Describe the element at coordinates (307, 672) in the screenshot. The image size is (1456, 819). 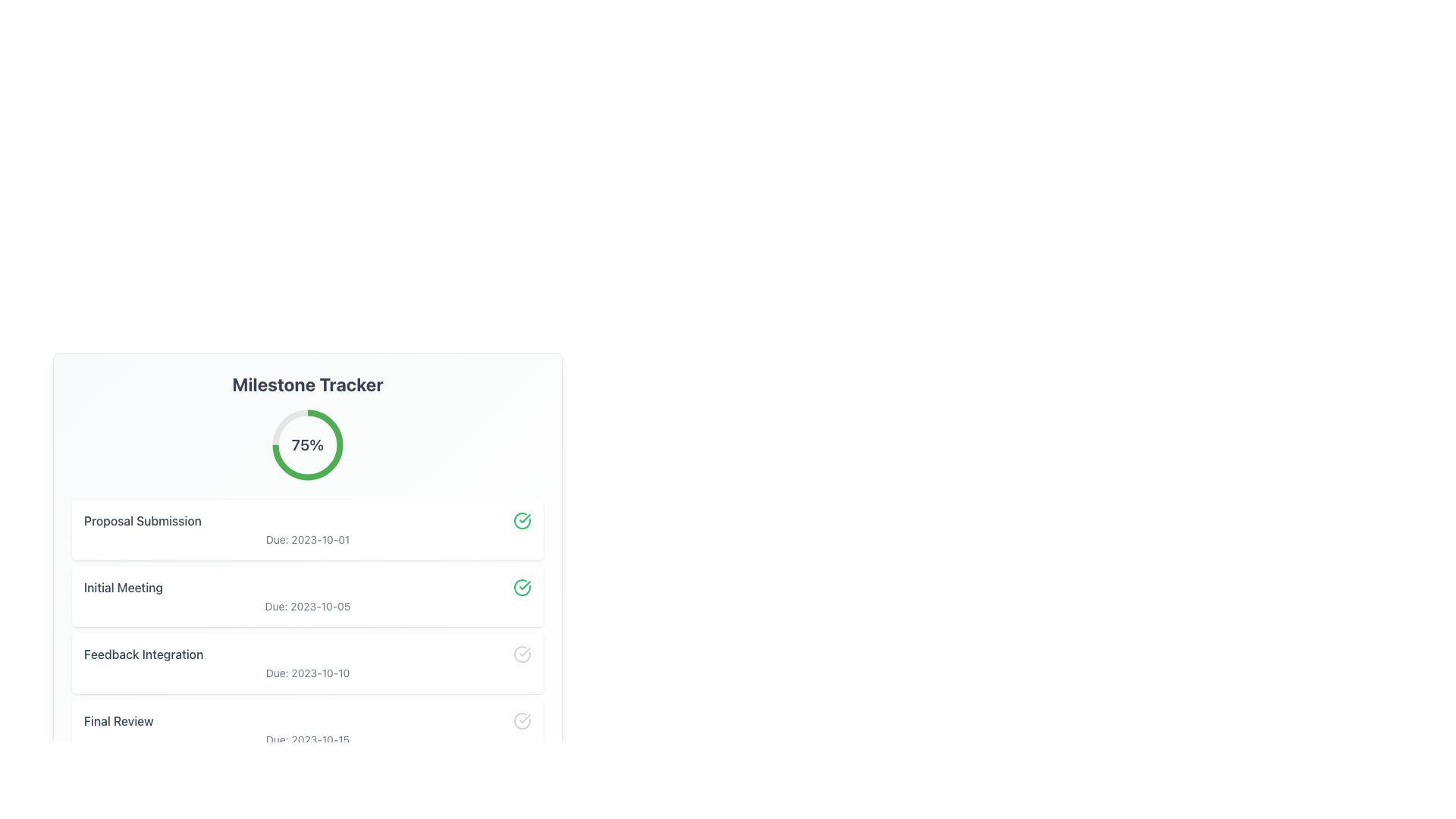
I see `the text label displaying 'Due: 2023-10-10', located at the bottom right corner of the 'Feedback Integration' block` at that location.